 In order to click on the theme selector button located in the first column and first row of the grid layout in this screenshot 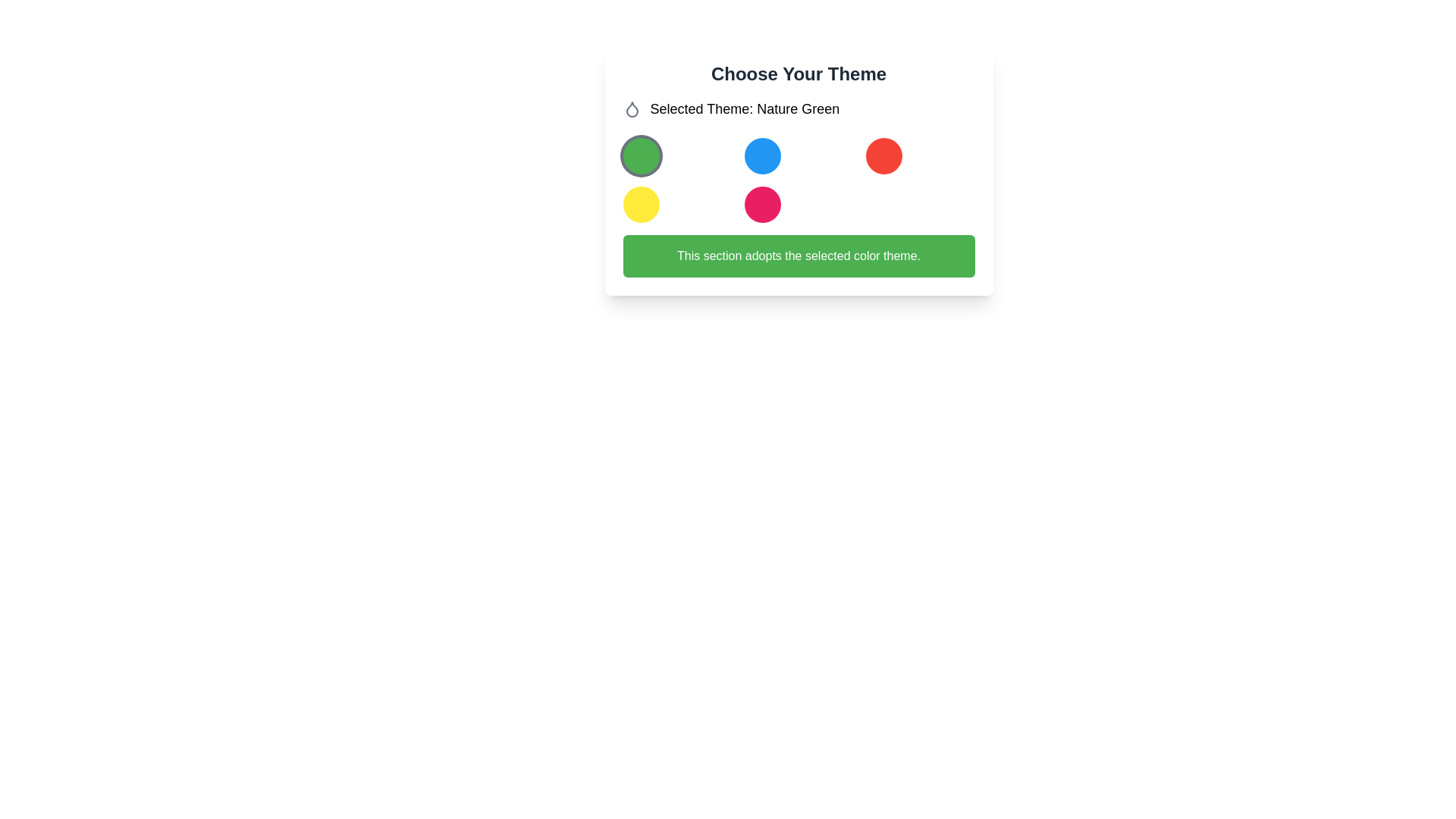, I will do `click(641, 155)`.